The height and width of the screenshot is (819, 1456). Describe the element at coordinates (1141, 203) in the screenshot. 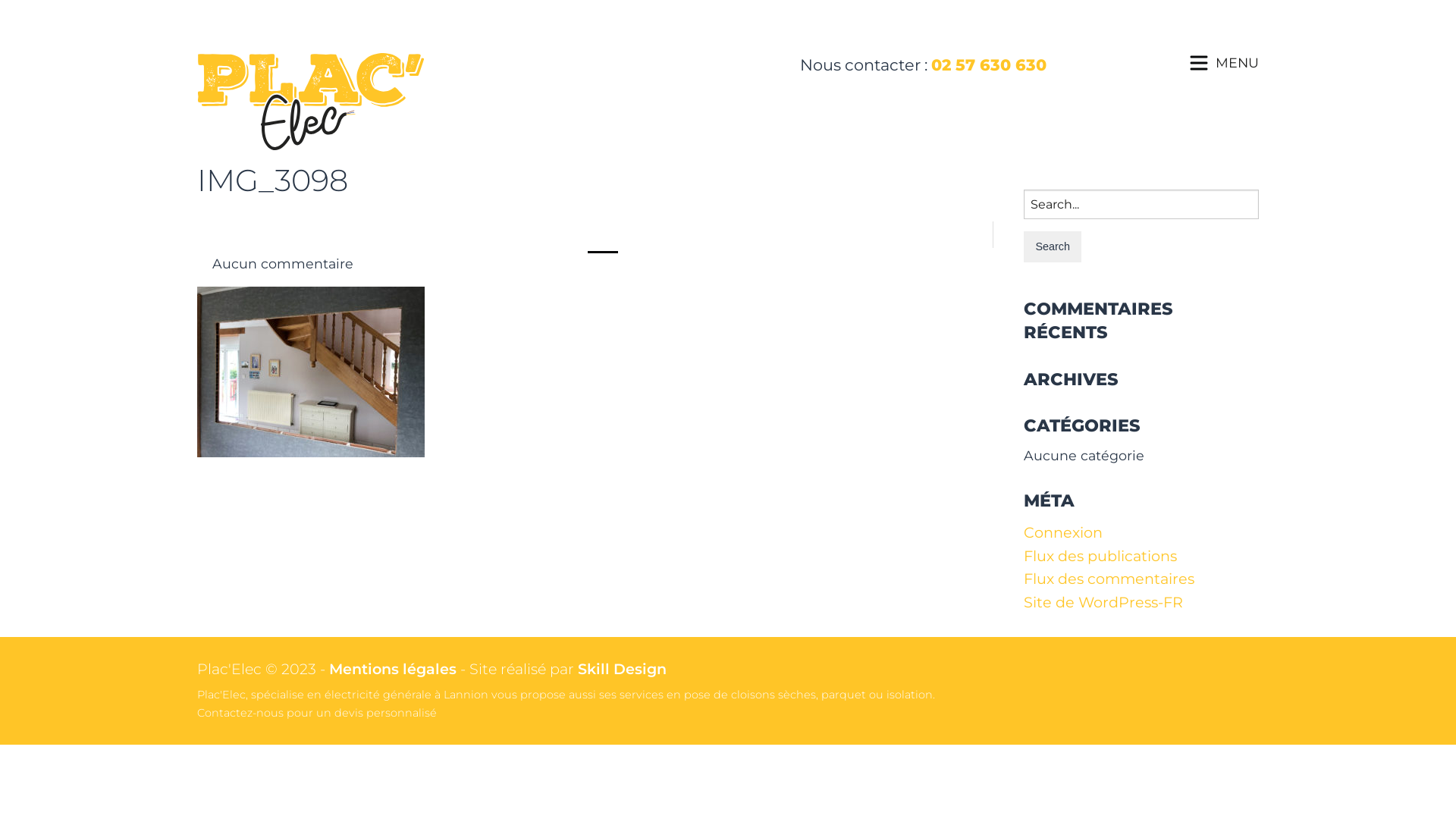

I see `'Search for:'` at that location.